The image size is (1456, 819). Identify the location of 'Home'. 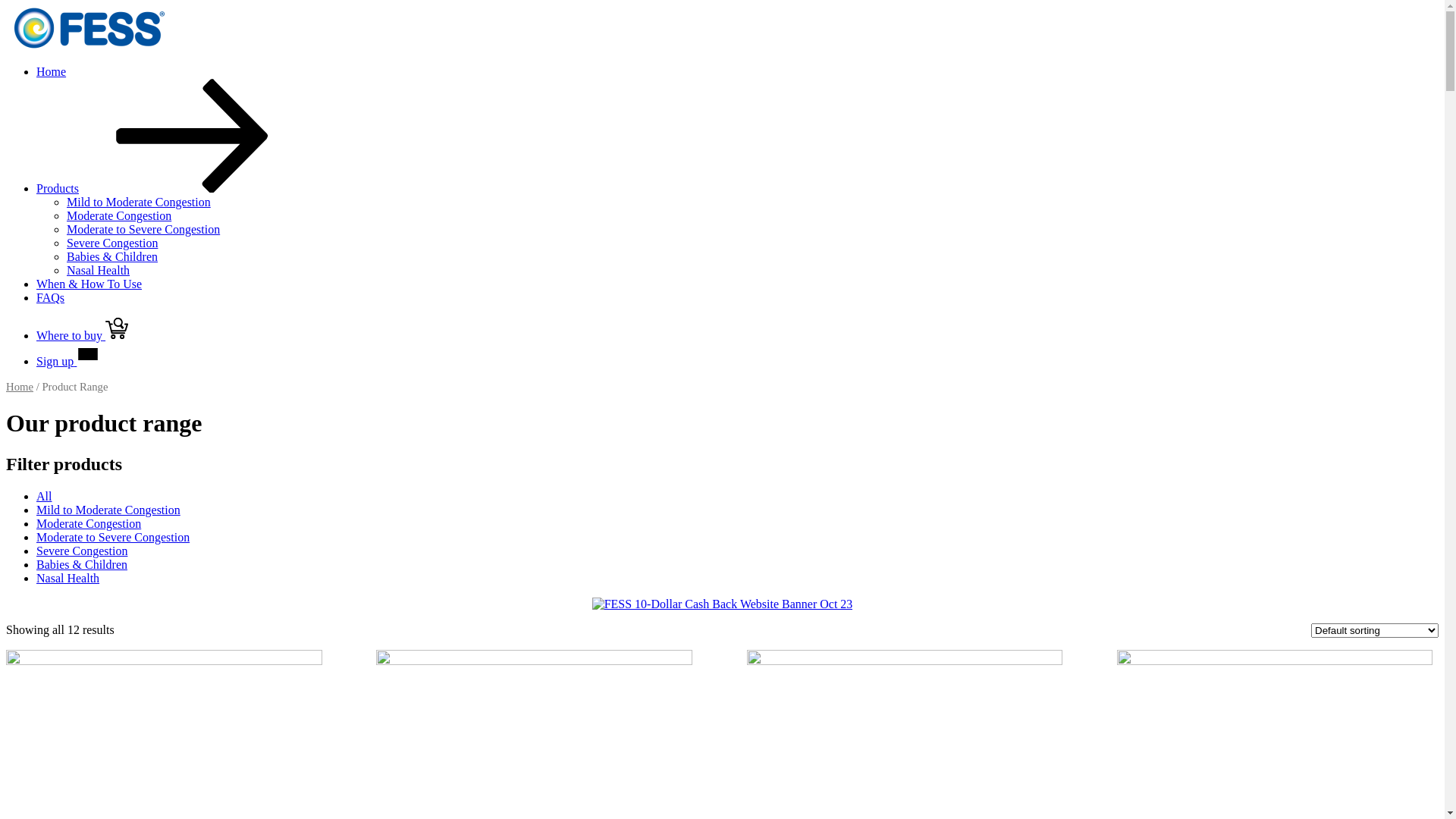
(6, 385).